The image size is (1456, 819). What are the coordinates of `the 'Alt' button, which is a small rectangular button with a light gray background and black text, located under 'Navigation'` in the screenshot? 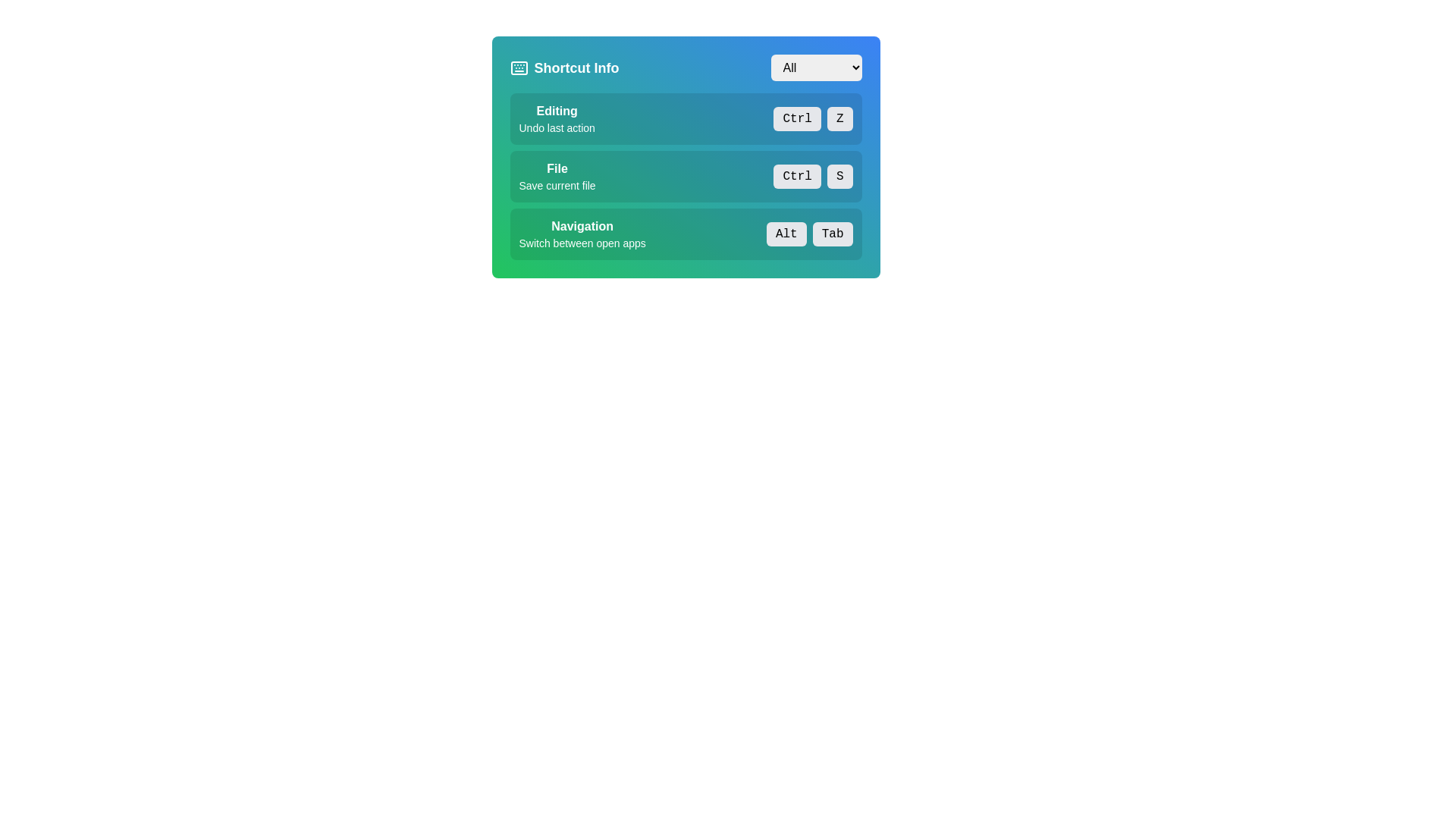 It's located at (786, 234).